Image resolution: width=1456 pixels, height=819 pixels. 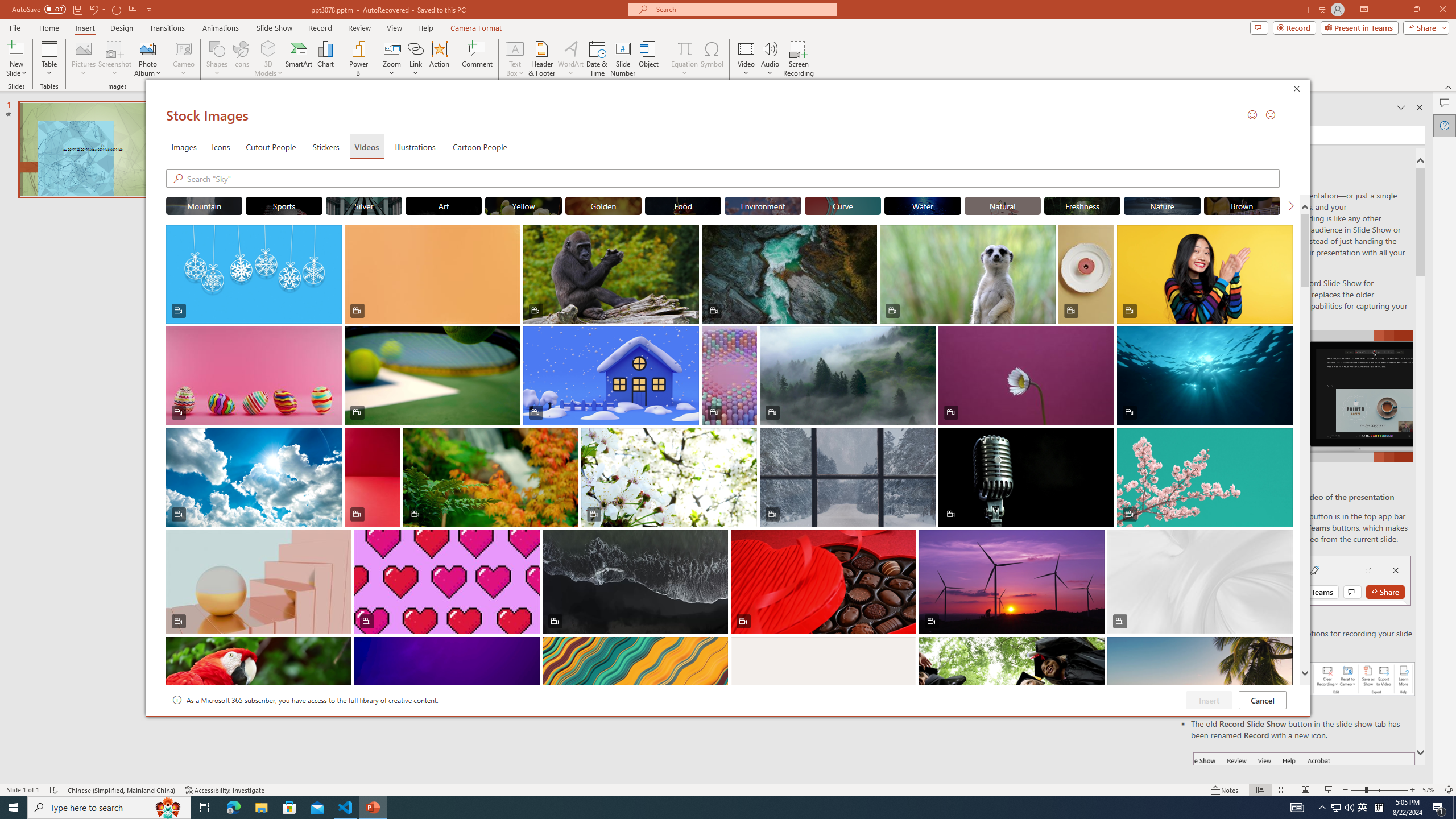 What do you see at coordinates (440, 59) in the screenshot?
I see `'Action'` at bounding box center [440, 59].